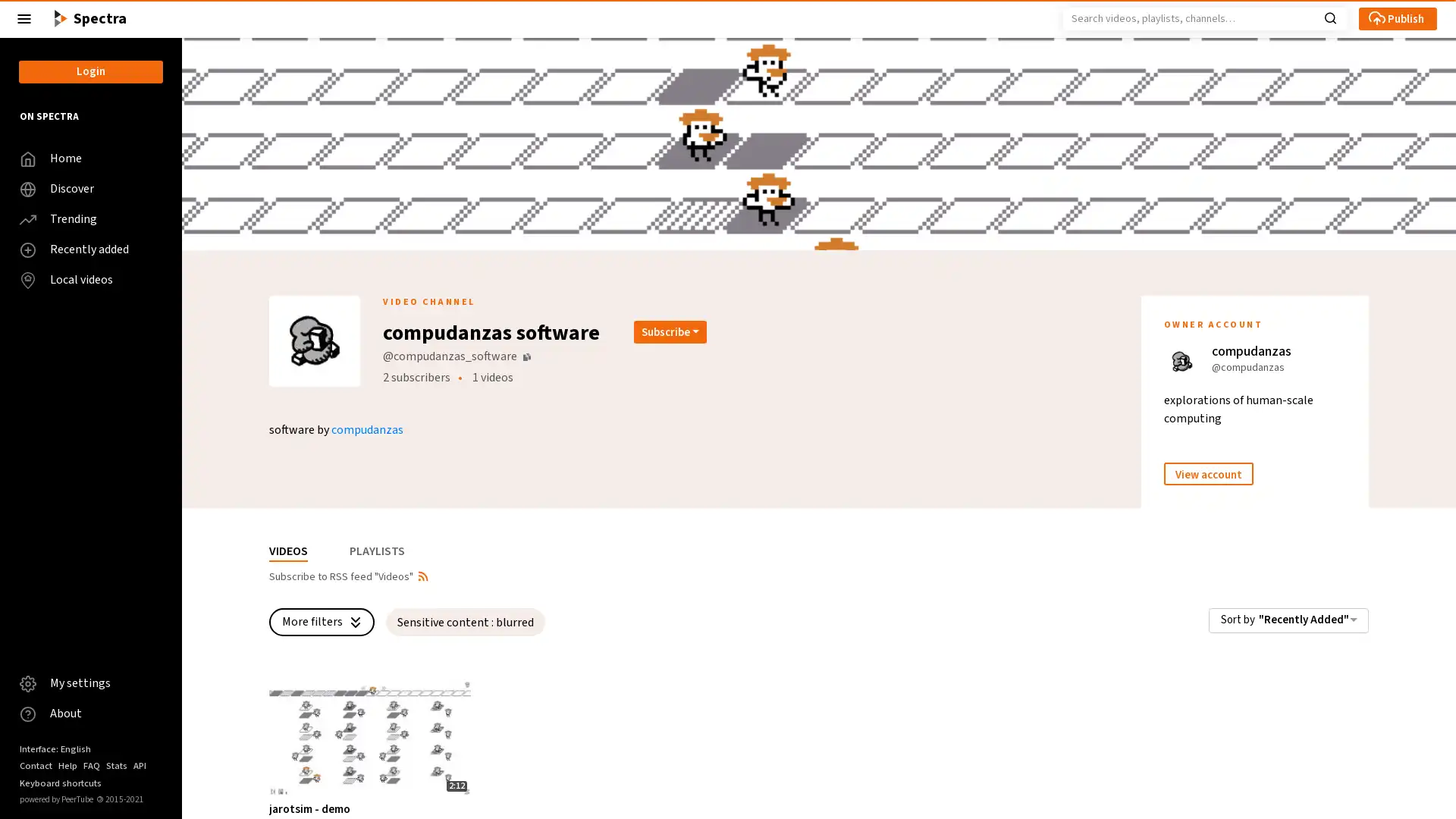  I want to click on More filters, so click(321, 622).